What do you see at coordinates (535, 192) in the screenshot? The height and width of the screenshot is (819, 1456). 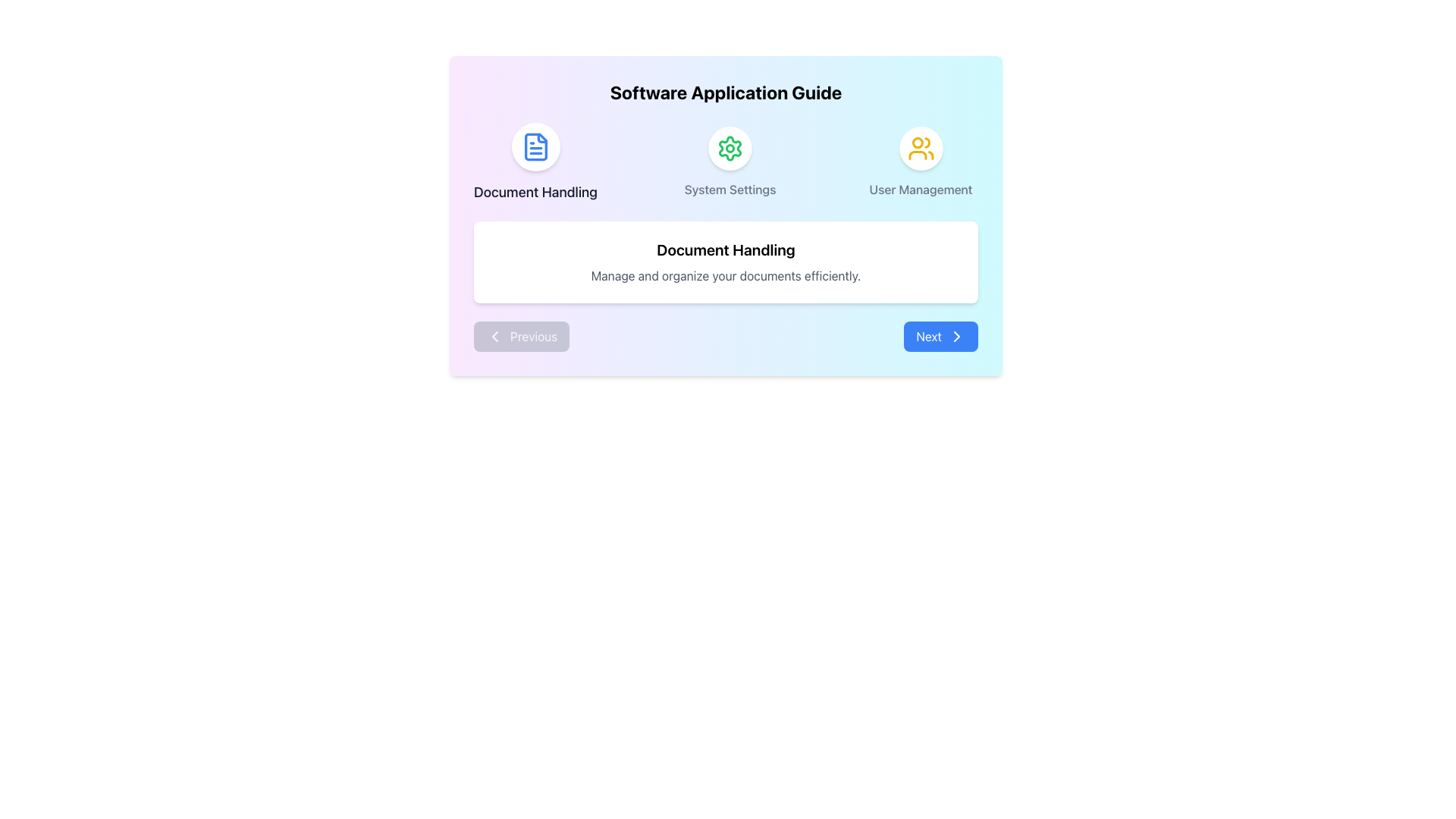 I see `the text label that reads 'Document Handling', which is styled in a large bold font and positioned below an icon in the top-left section of the interface` at bounding box center [535, 192].